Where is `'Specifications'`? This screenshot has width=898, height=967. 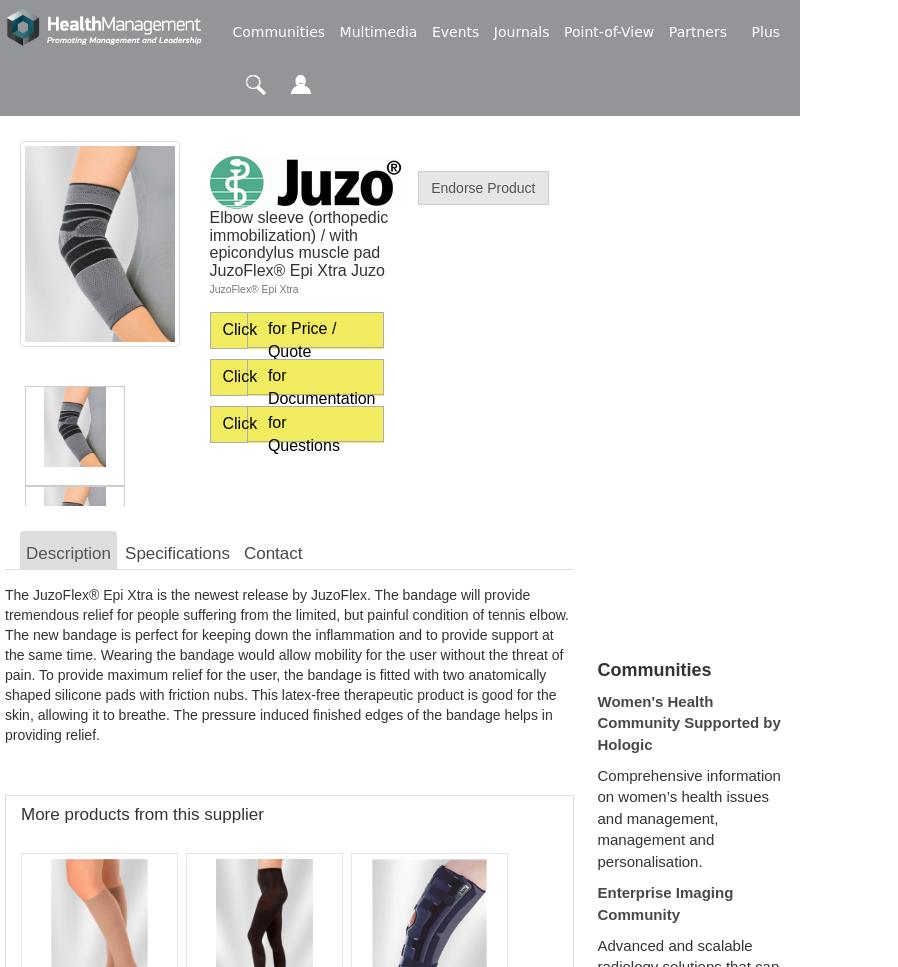
'Specifications' is located at coordinates (175, 553).